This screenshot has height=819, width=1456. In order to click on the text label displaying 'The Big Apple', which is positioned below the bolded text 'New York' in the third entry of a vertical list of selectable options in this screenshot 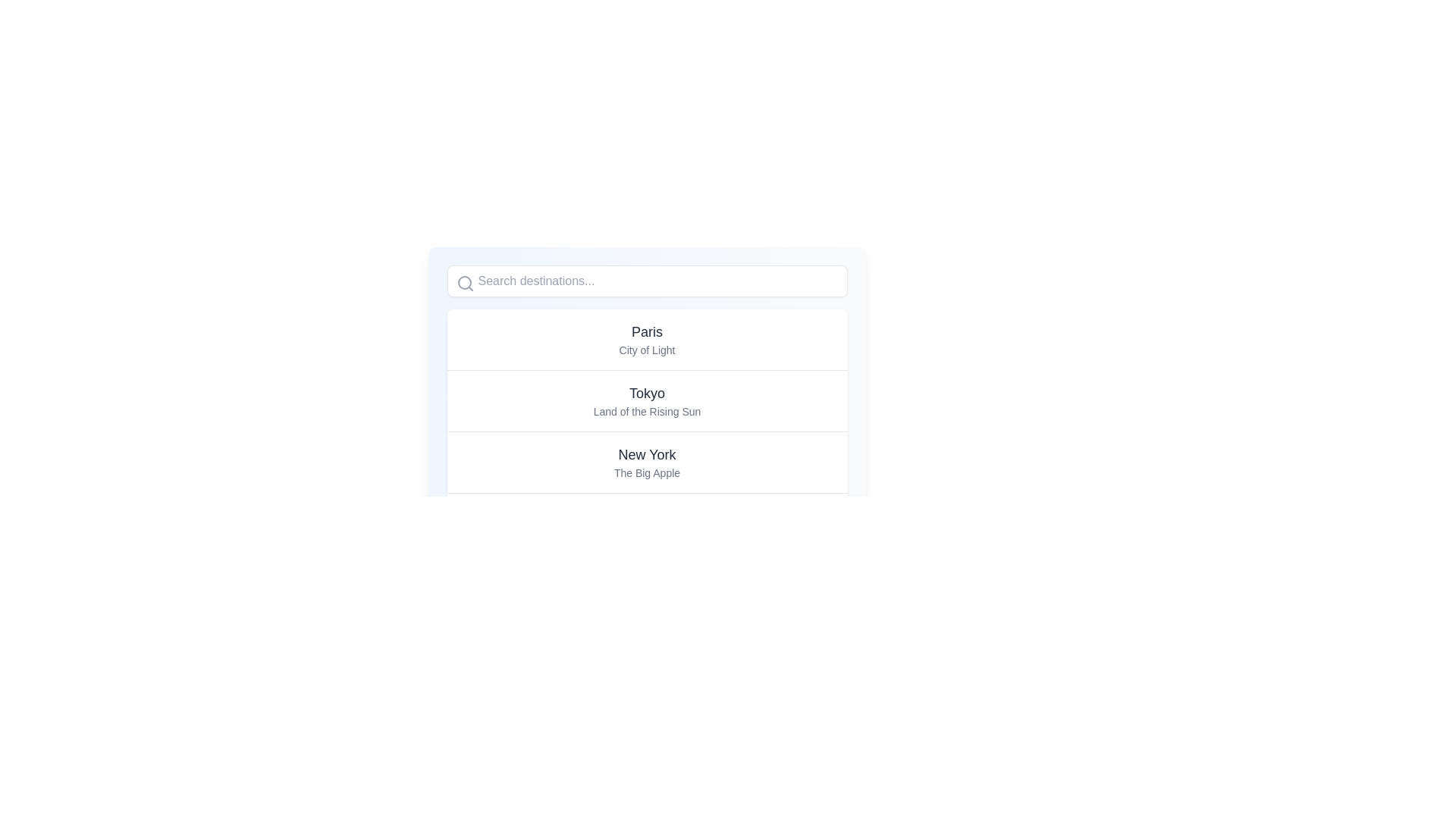, I will do `click(647, 472)`.